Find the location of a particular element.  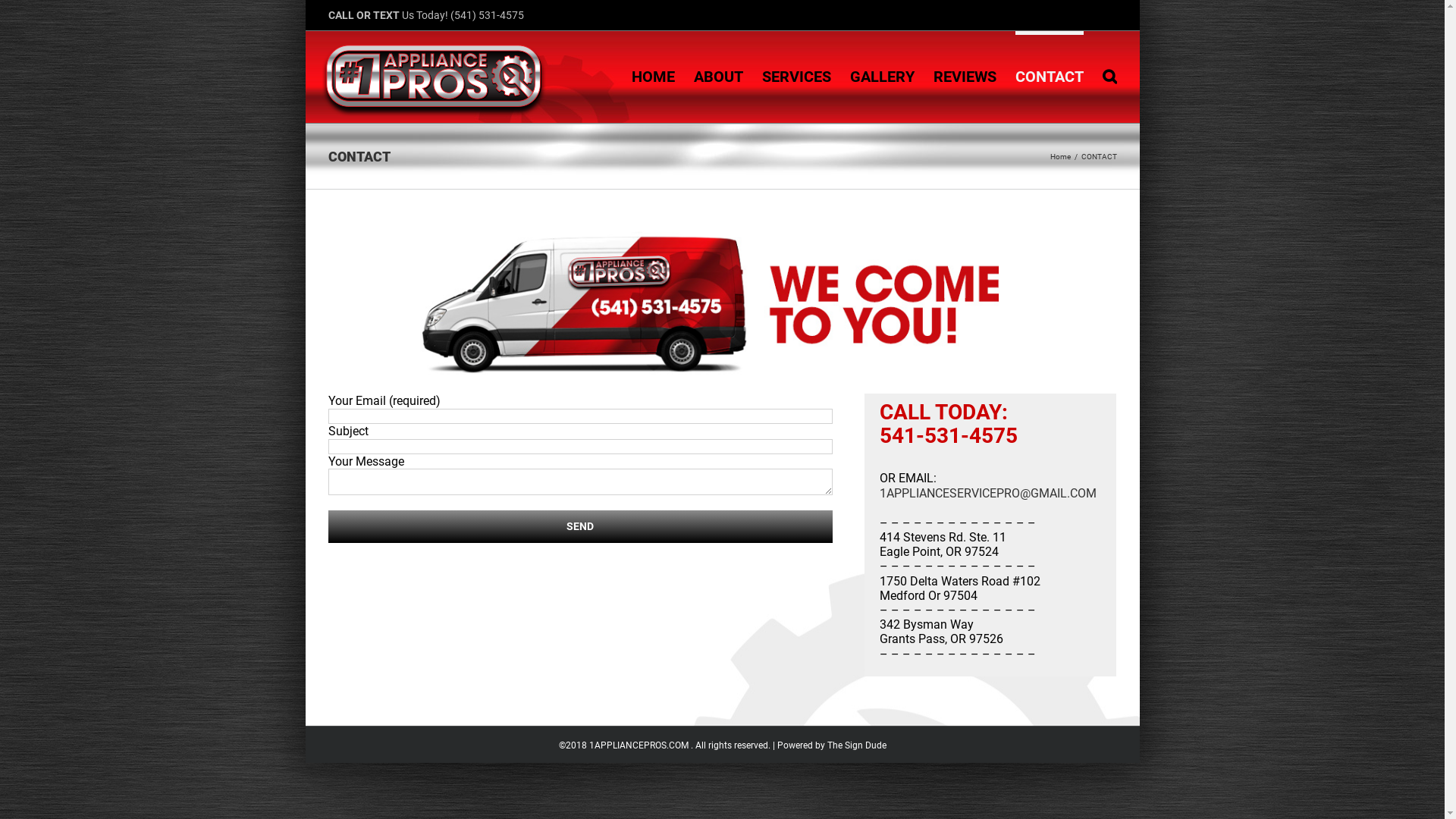

'SERVICES' is located at coordinates (795, 74).